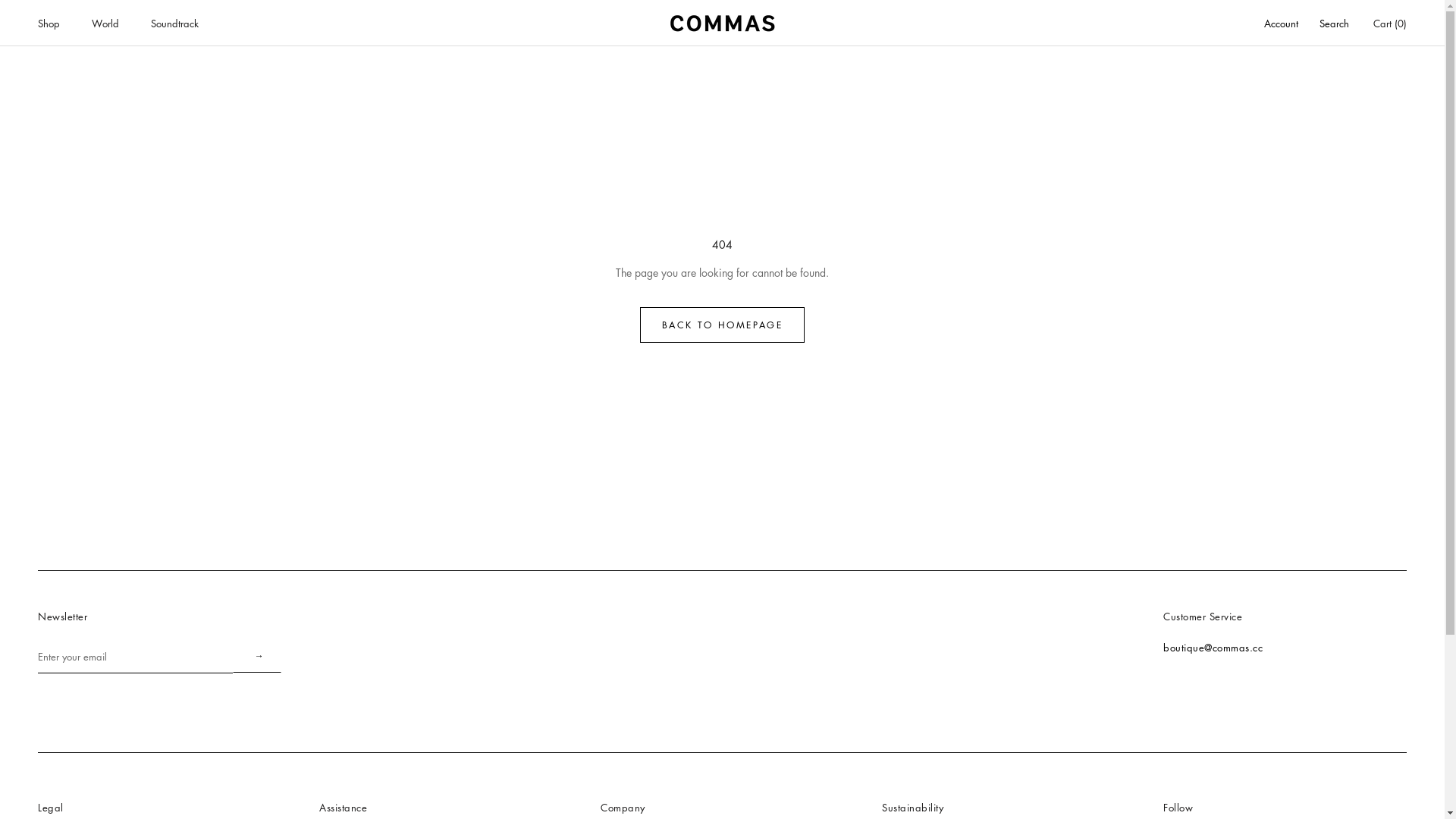 The image size is (1456, 819). I want to click on 'World, so click(90, 23).